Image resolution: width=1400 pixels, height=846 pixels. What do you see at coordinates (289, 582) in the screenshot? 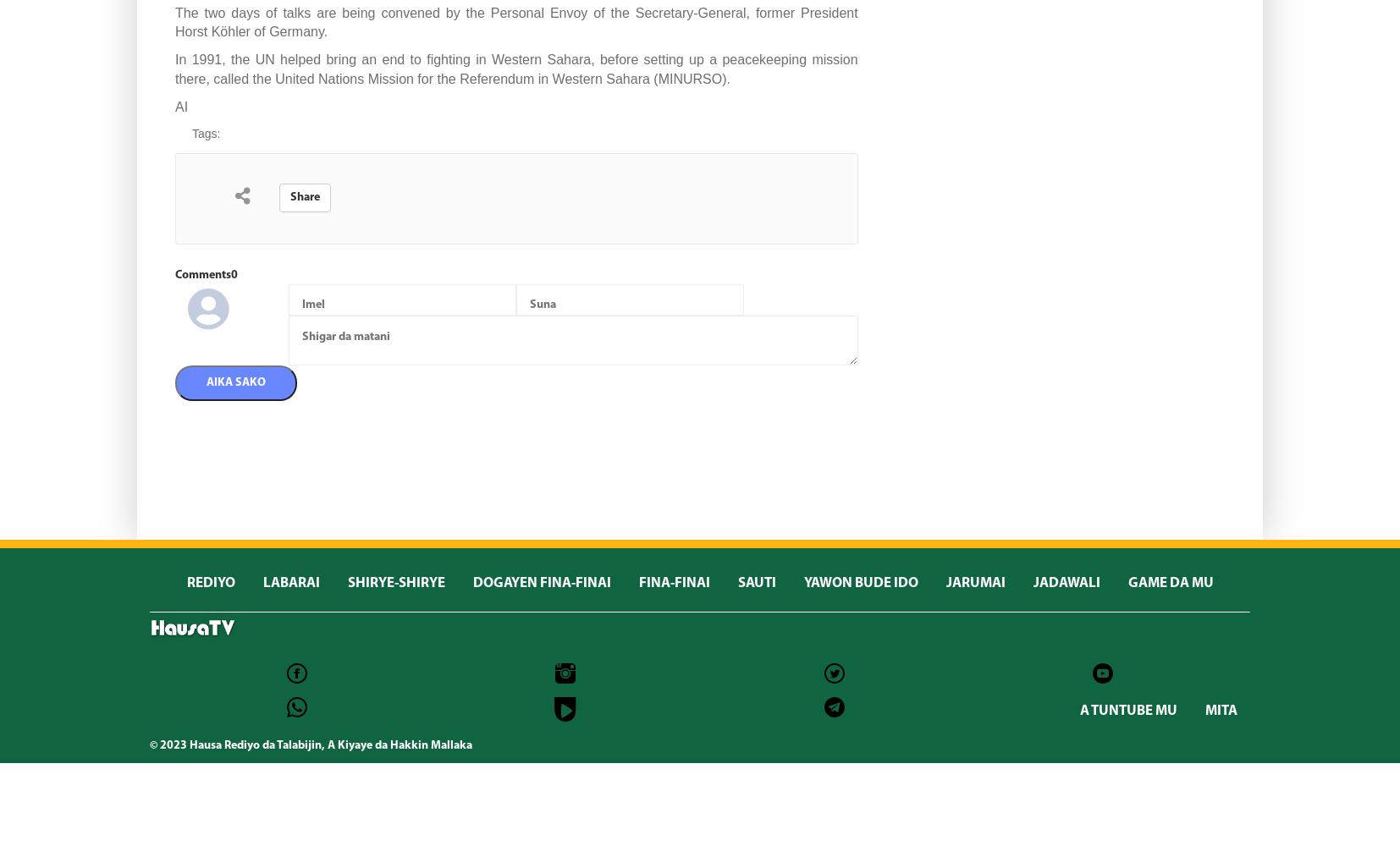
I see `'LABARAI'` at bounding box center [289, 582].